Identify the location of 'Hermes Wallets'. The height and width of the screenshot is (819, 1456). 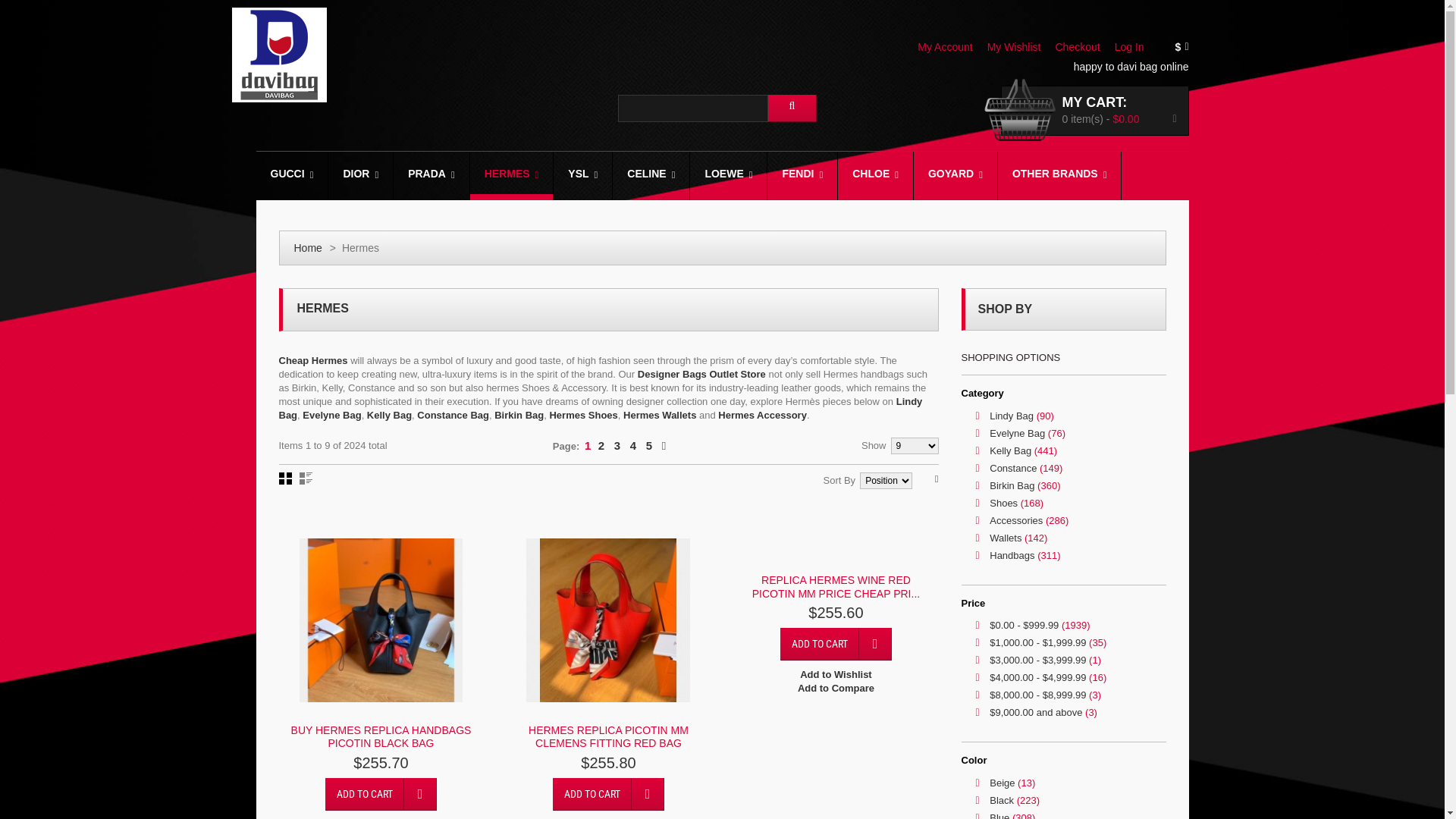
(659, 415).